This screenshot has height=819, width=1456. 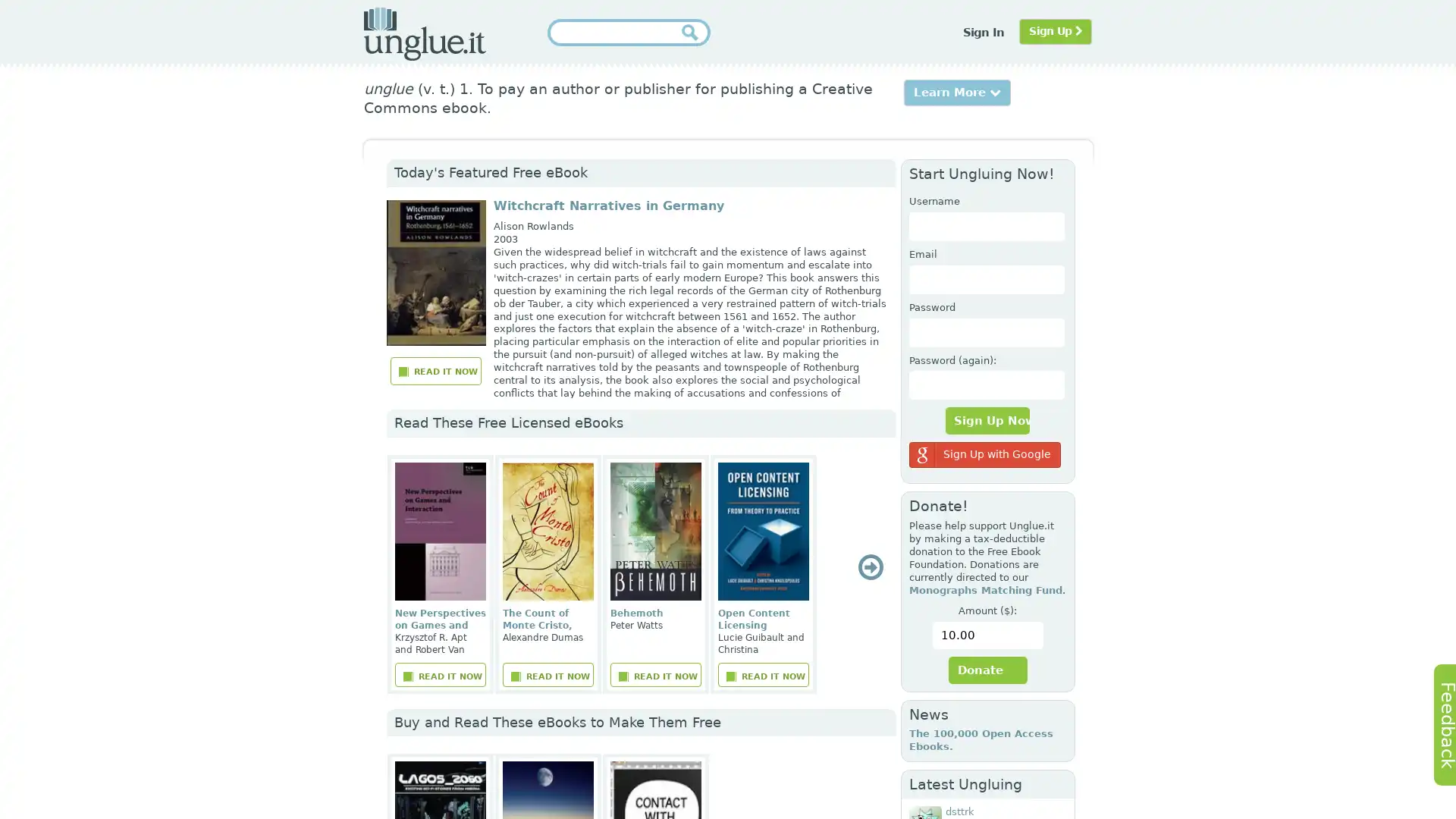 I want to click on Donate, so click(x=987, y=669).